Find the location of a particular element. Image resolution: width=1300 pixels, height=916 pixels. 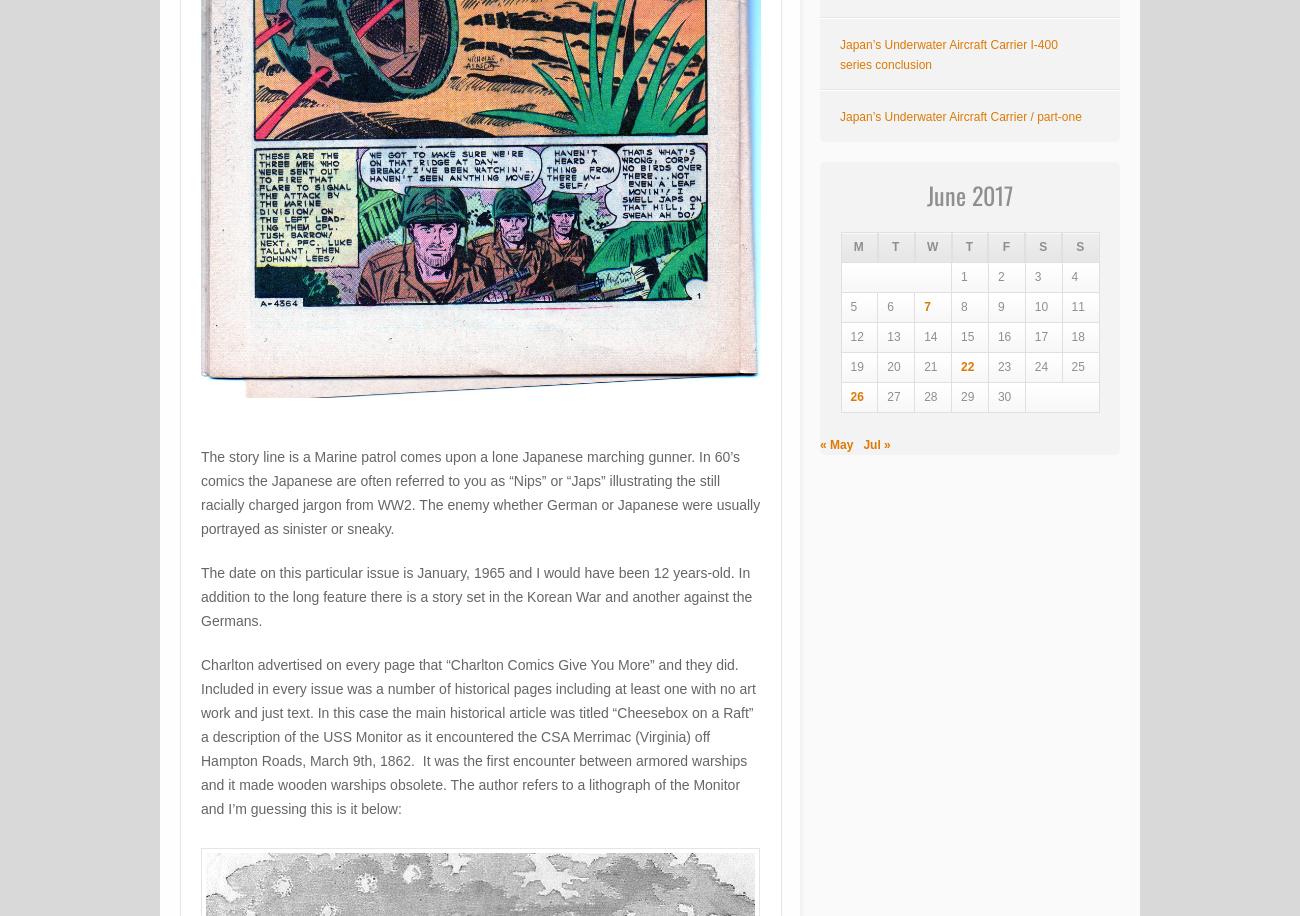

'3' is located at coordinates (1034, 276).